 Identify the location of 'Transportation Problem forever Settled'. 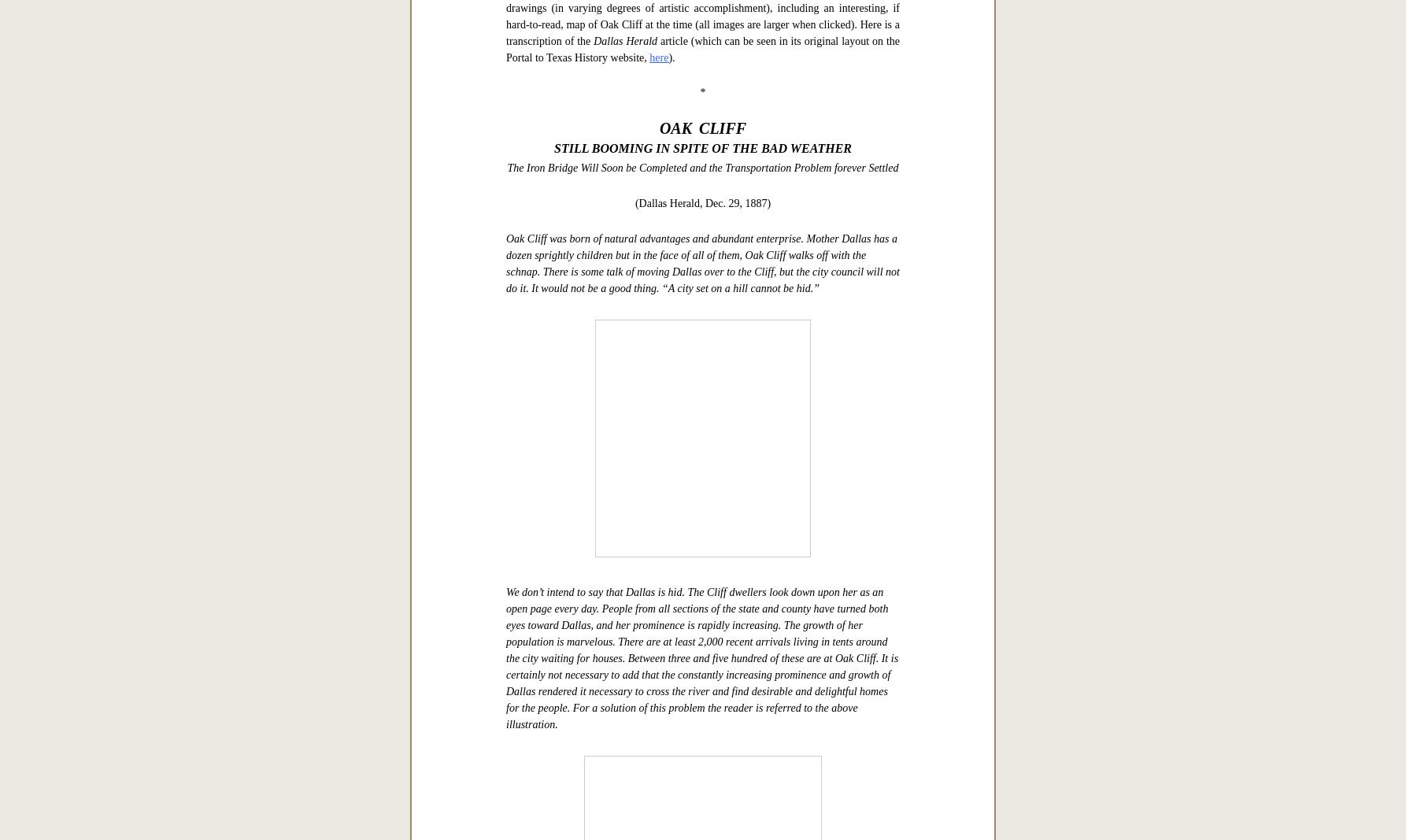
(812, 661).